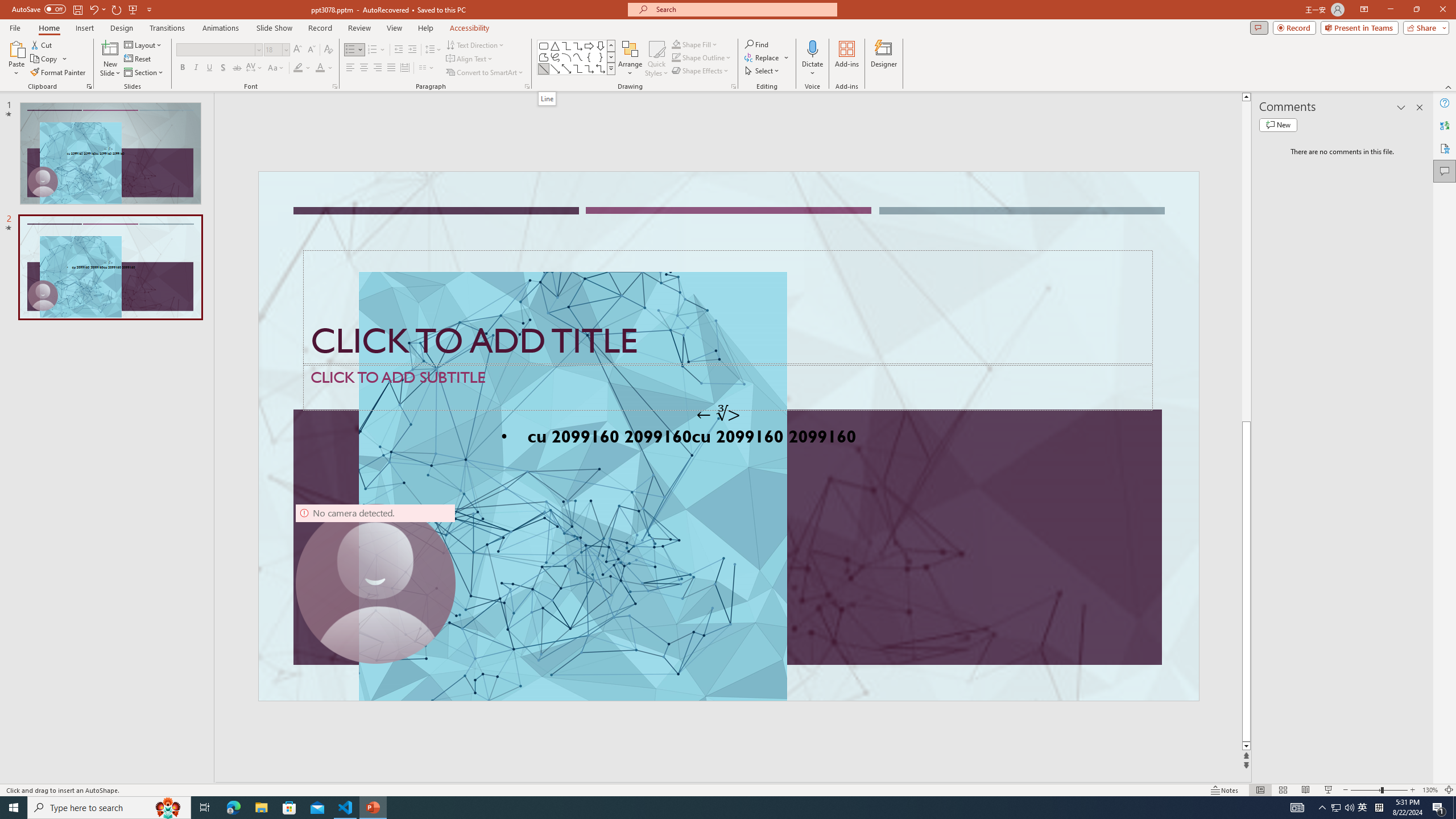 This screenshot has width=1456, height=819. I want to click on 'Microsoft search', so click(742, 9).